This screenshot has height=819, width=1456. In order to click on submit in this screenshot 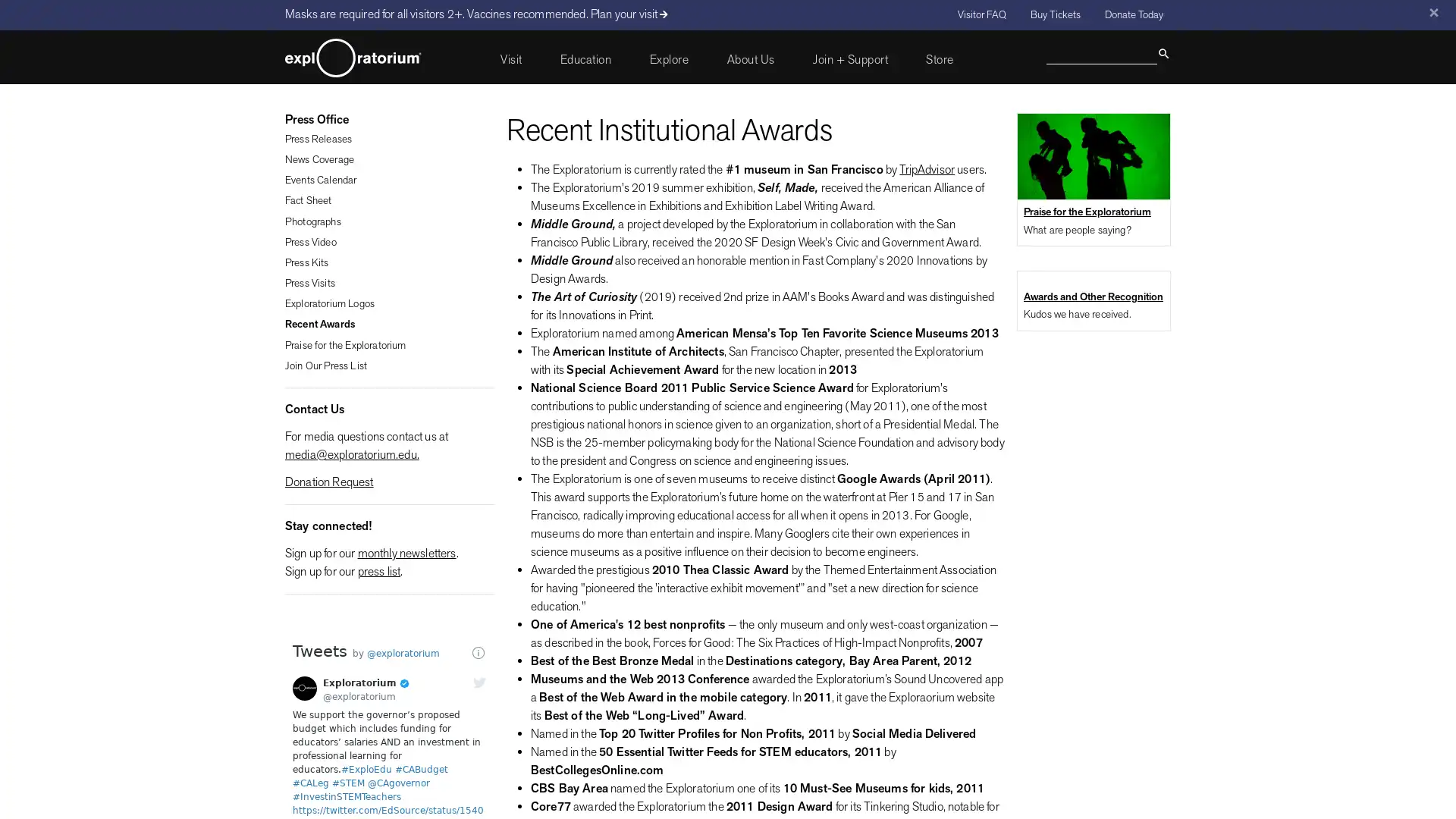, I will do `click(1163, 52)`.